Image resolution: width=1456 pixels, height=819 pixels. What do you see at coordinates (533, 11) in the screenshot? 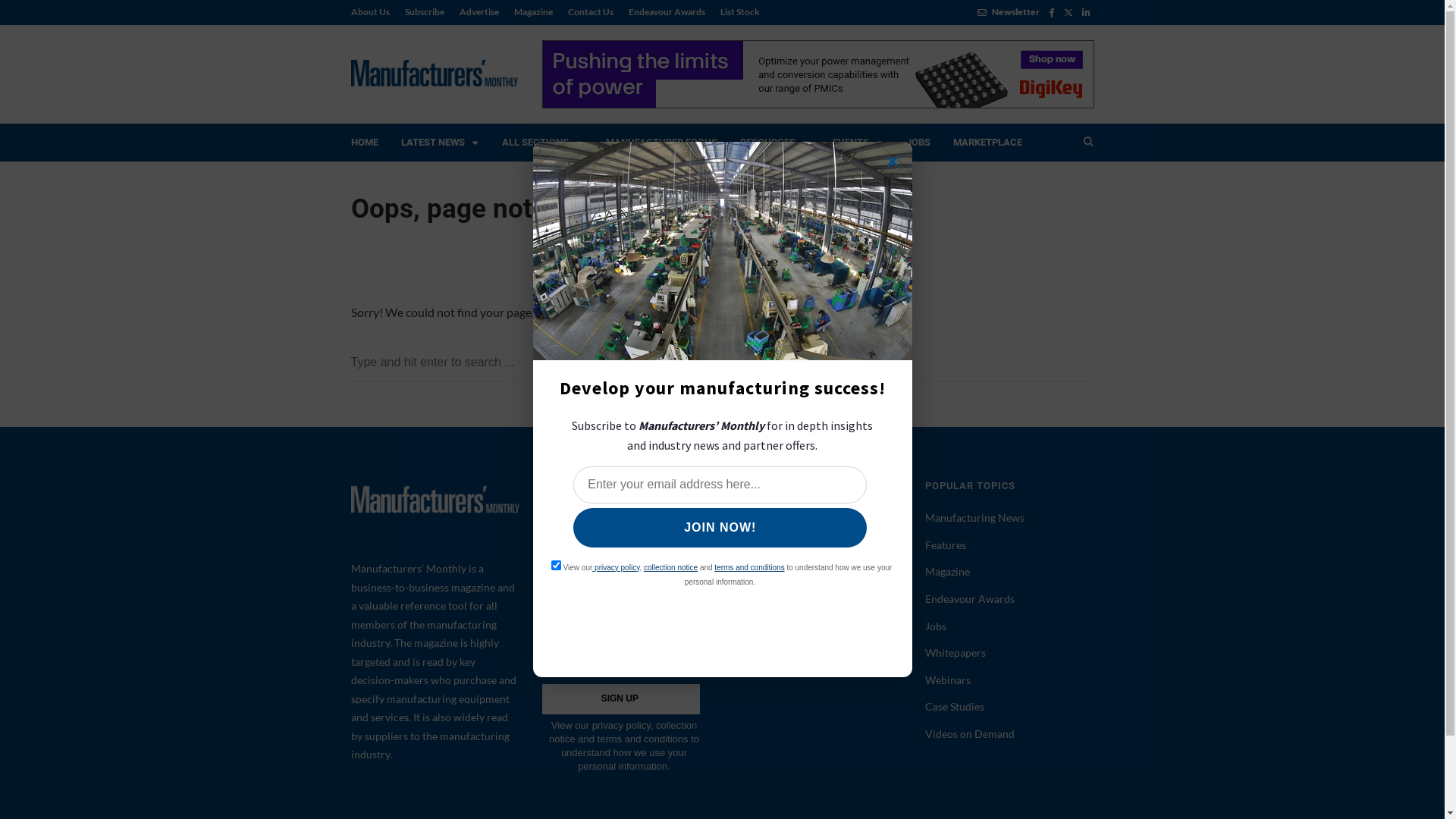
I see `'Magazine'` at bounding box center [533, 11].